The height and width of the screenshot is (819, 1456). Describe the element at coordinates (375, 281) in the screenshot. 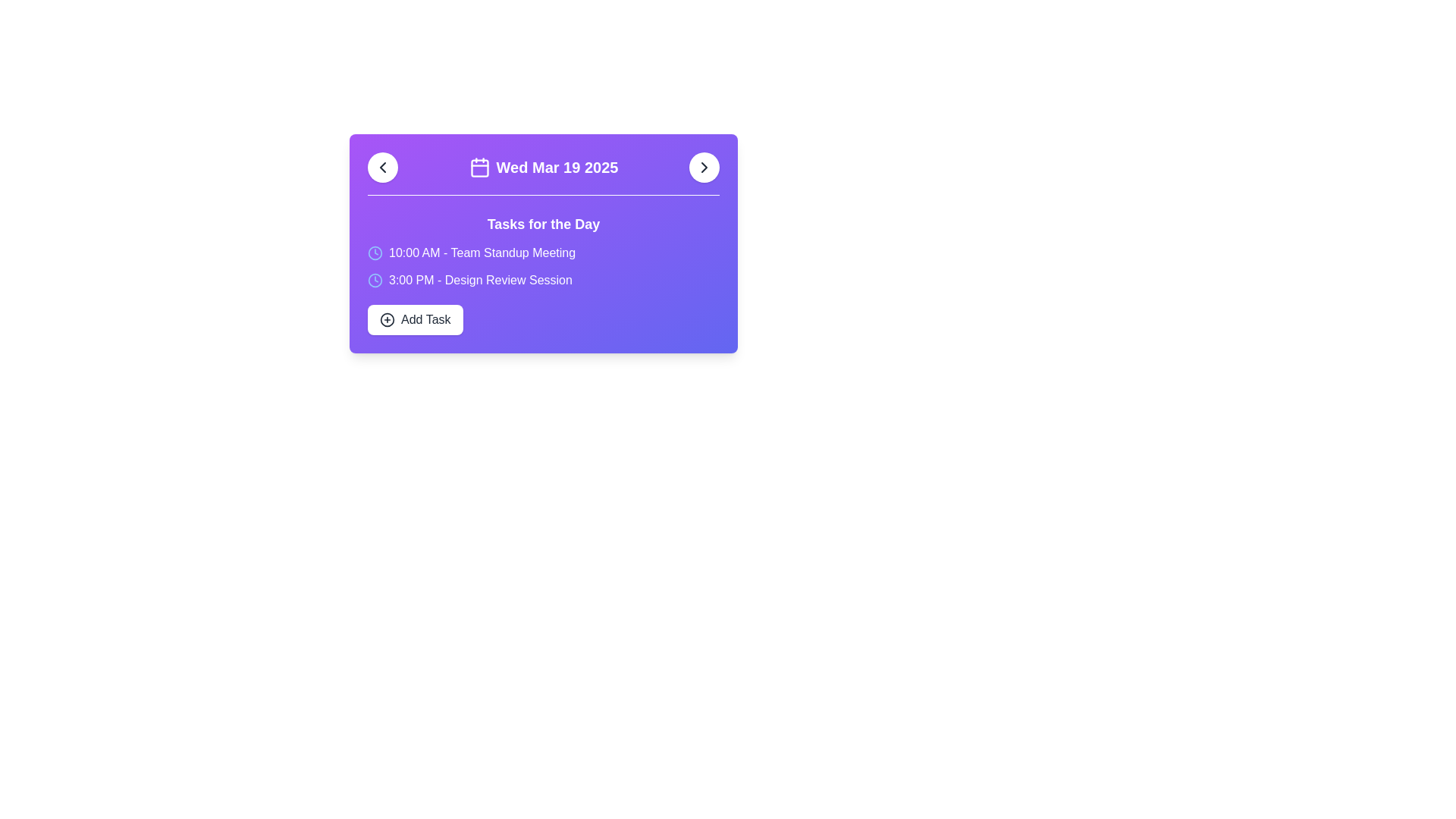

I see `the blue circular SVG element that represents the outer frame of the clock icon, located to the left of the text '10:00 AM - Team Standup Meeting'` at that location.